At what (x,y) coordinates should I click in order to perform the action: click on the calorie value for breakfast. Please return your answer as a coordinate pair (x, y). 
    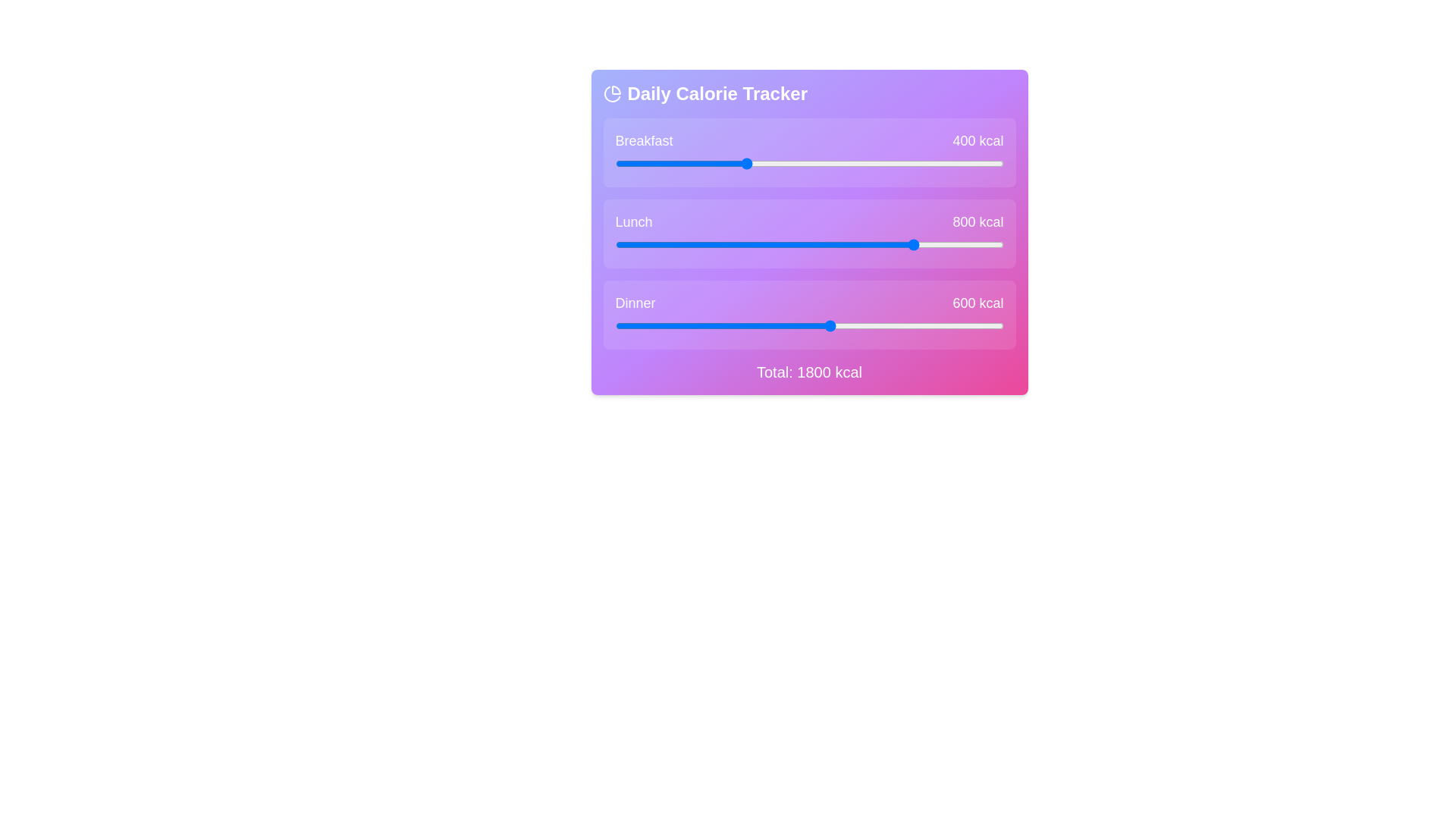
    Looking at the image, I should click on (767, 164).